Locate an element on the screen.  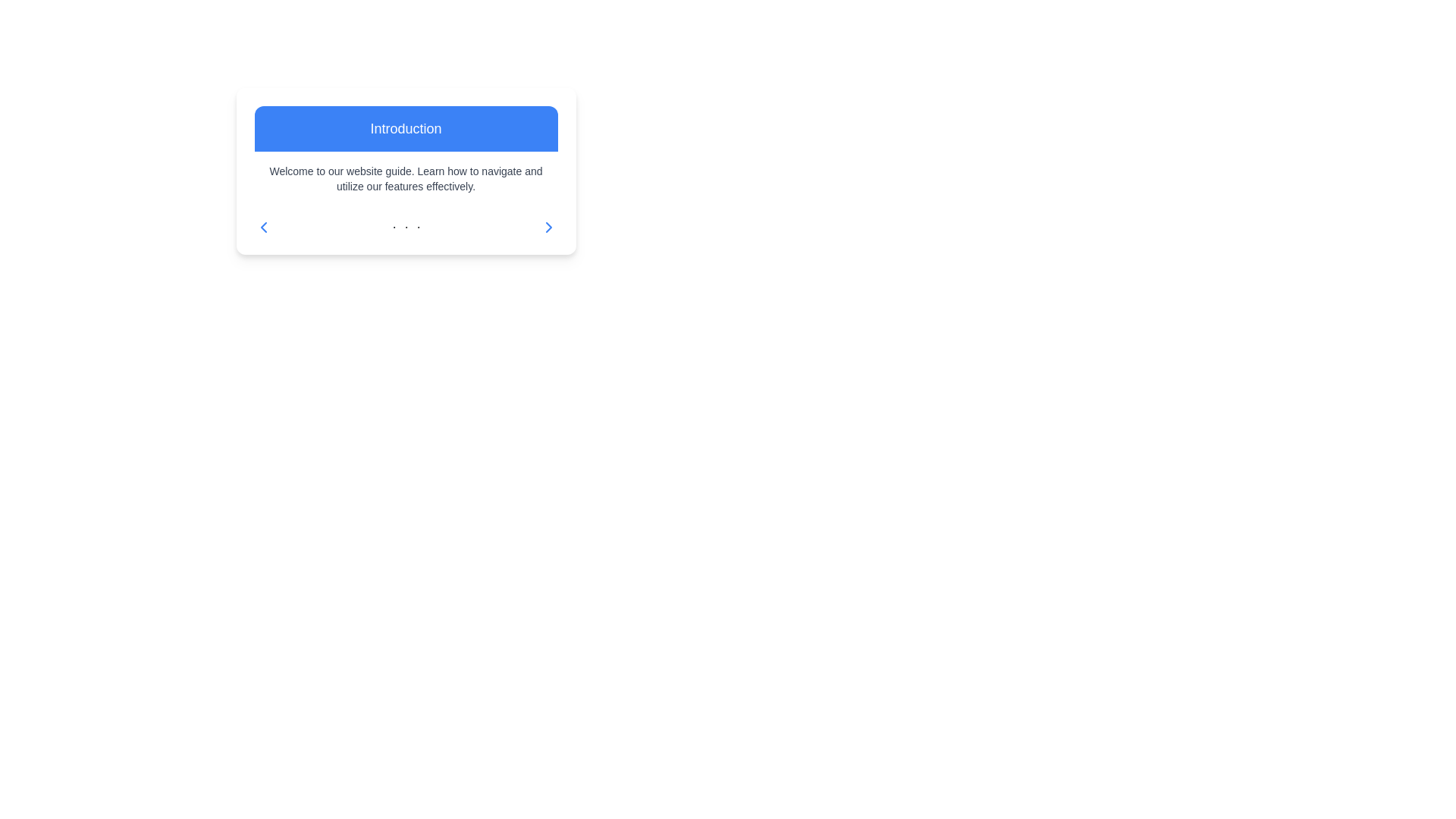
introductory guide message located in the text block directly beneath the blue header labeled 'Introduction' within the bordered card layout is located at coordinates (406, 177).